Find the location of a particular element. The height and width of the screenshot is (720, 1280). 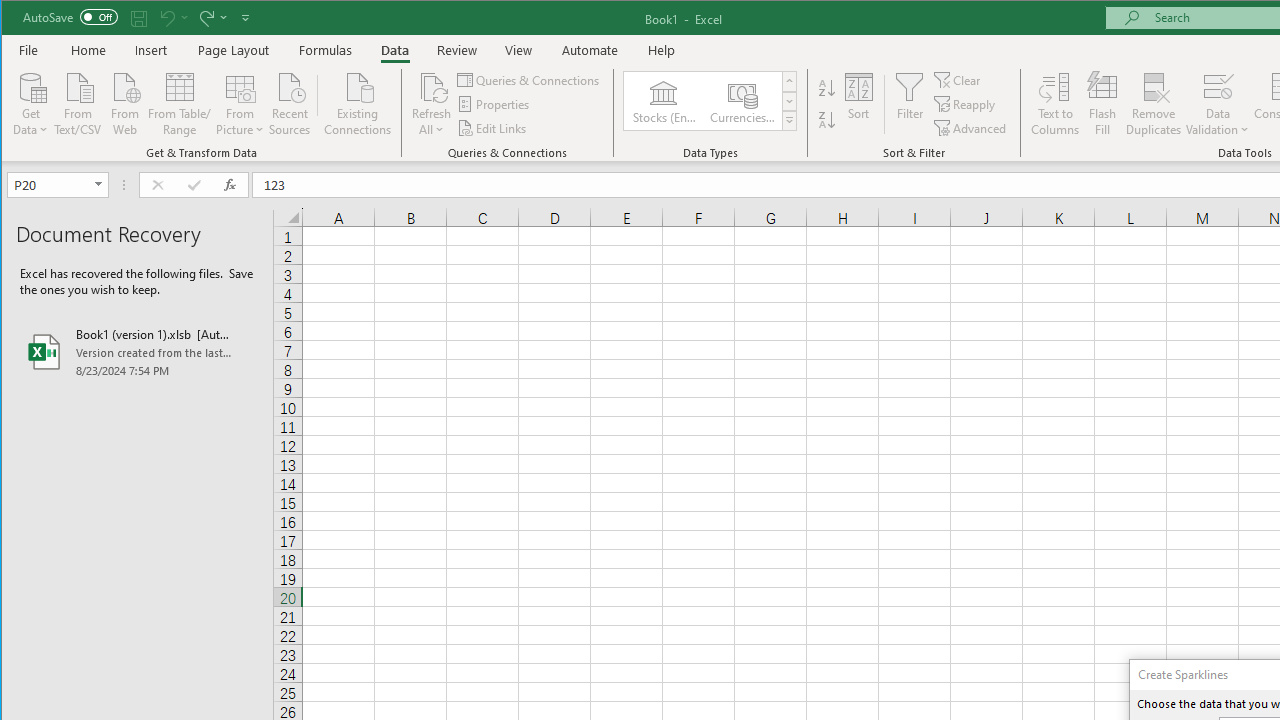

'Filter' is located at coordinates (909, 104).